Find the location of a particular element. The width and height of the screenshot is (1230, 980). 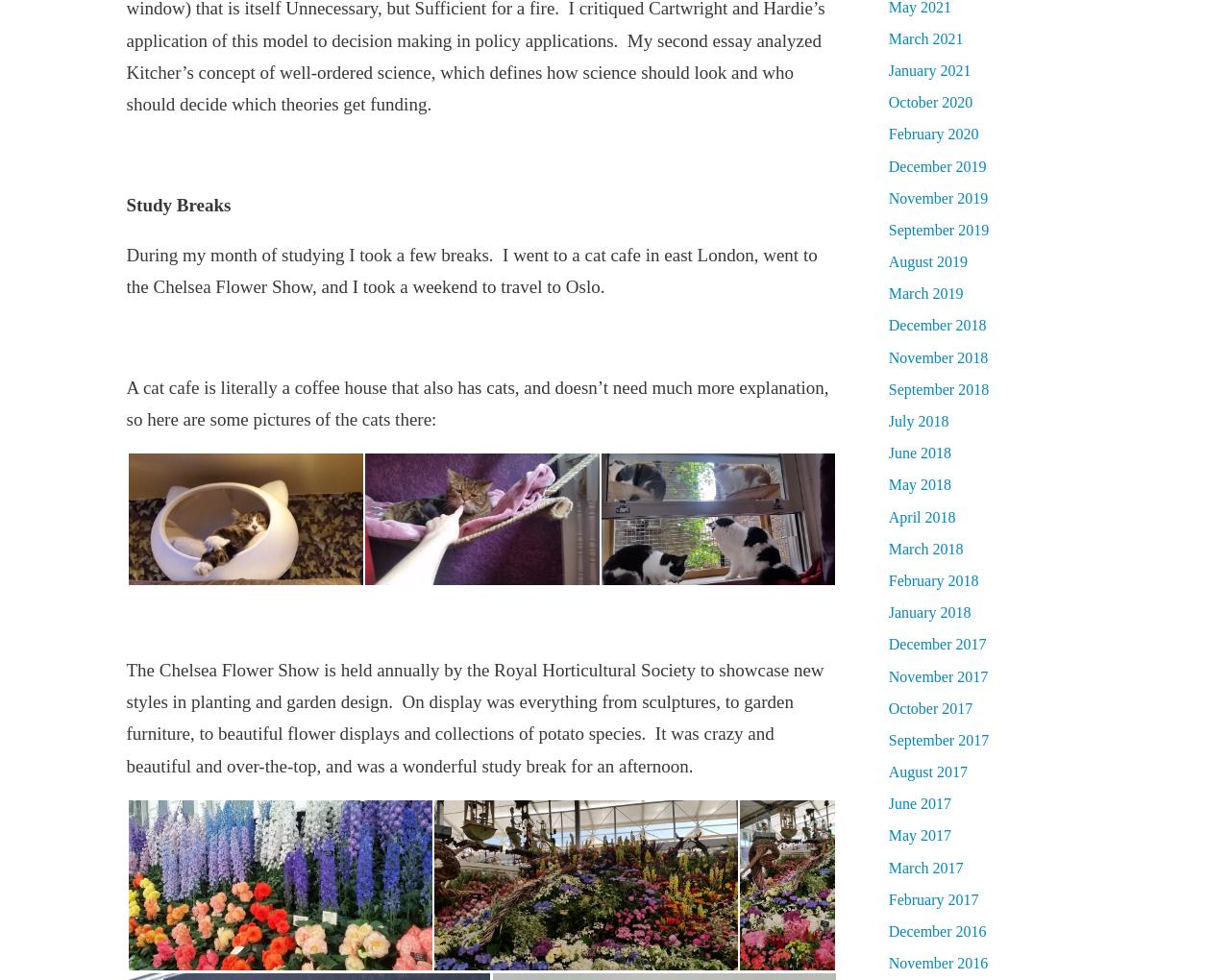

'March 2017' is located at coordinates (924, 867).